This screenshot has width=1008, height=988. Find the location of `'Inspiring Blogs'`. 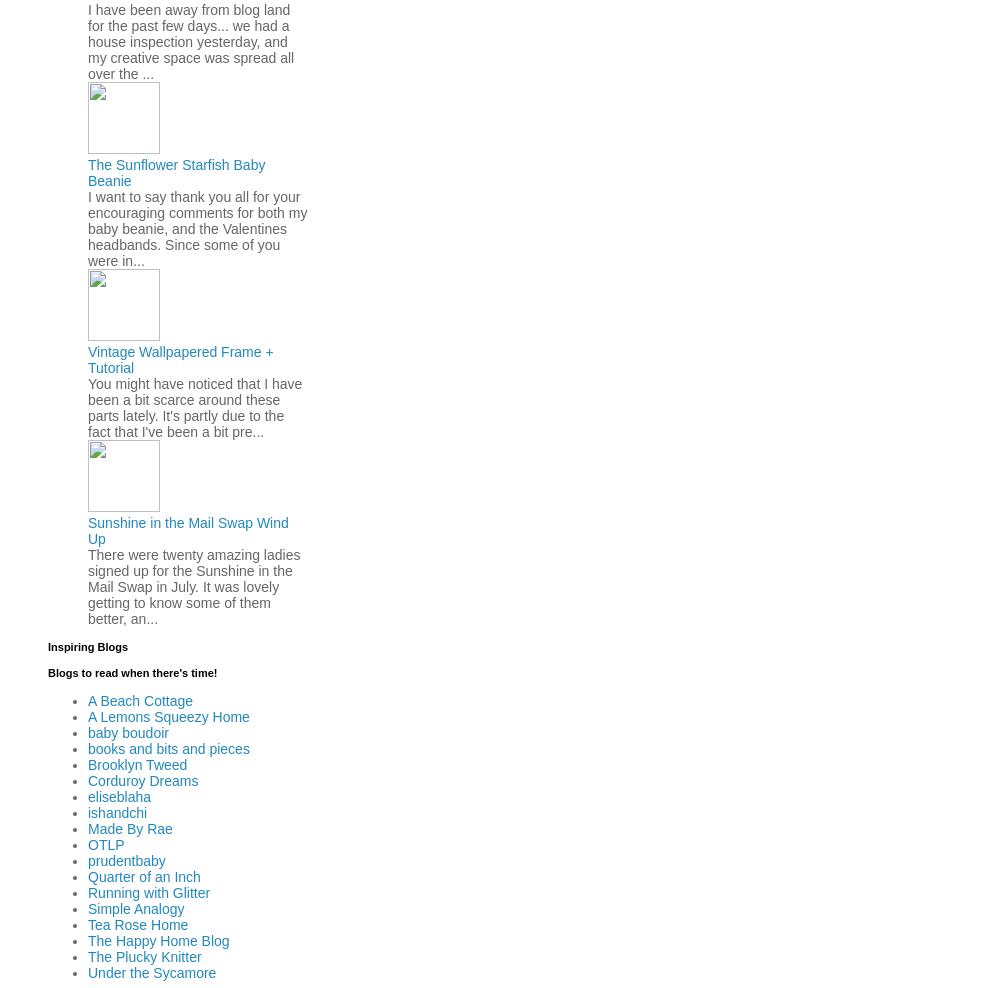

'Inspiring Blogs' is located at coordinates (47, 644).